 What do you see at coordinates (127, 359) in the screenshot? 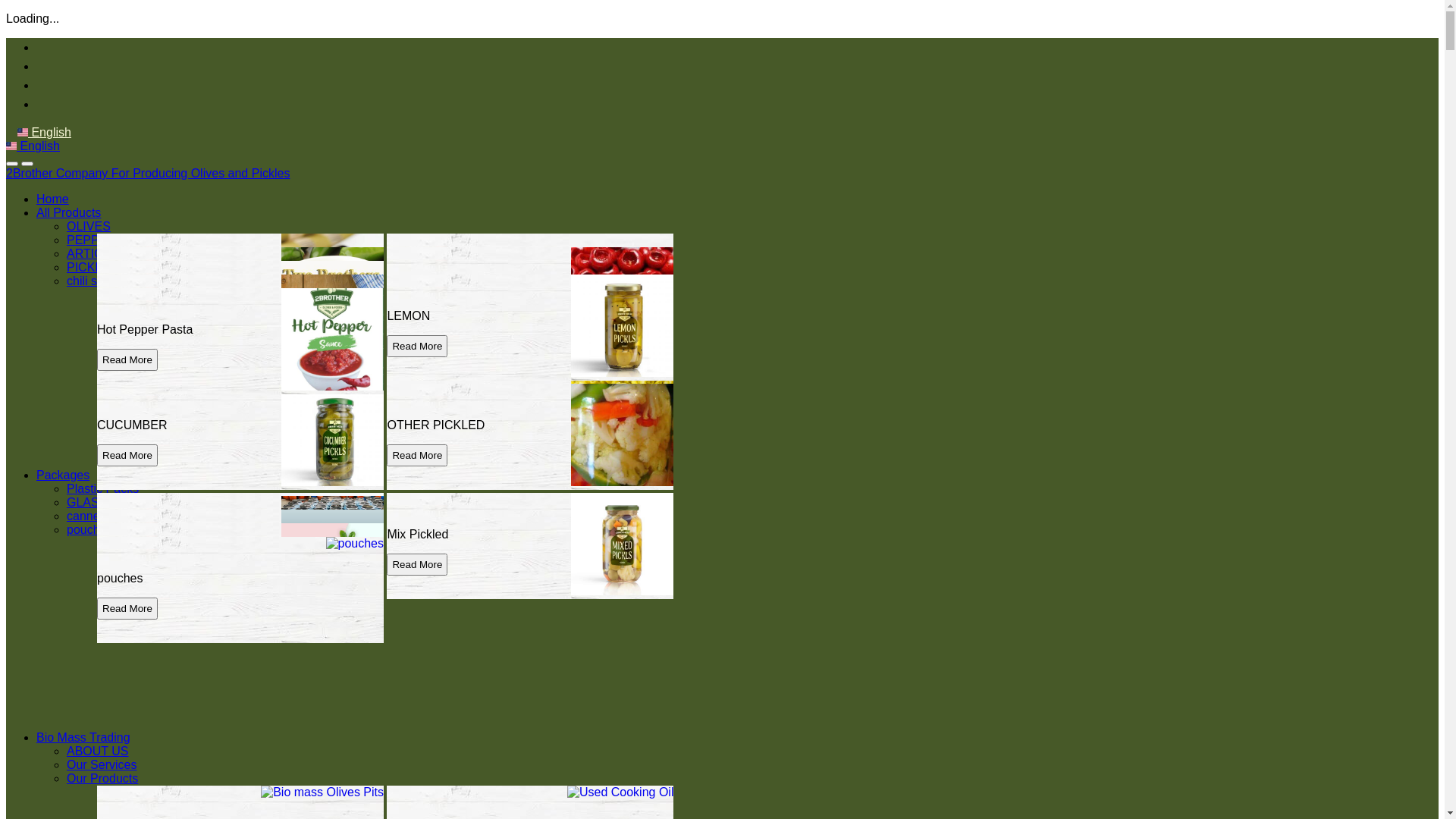
I see `'Read More'` at bounding box center [127, 359].